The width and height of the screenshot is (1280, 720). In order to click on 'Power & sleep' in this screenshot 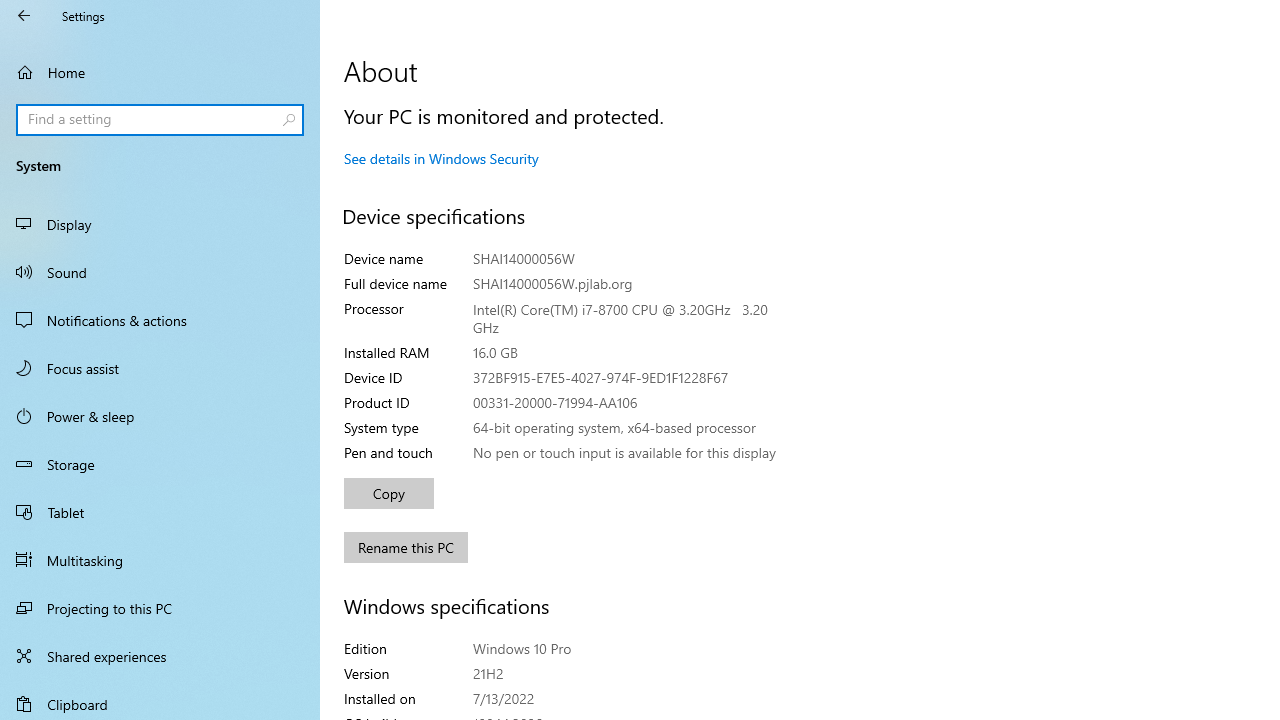, I will do `click(160, 414)`.